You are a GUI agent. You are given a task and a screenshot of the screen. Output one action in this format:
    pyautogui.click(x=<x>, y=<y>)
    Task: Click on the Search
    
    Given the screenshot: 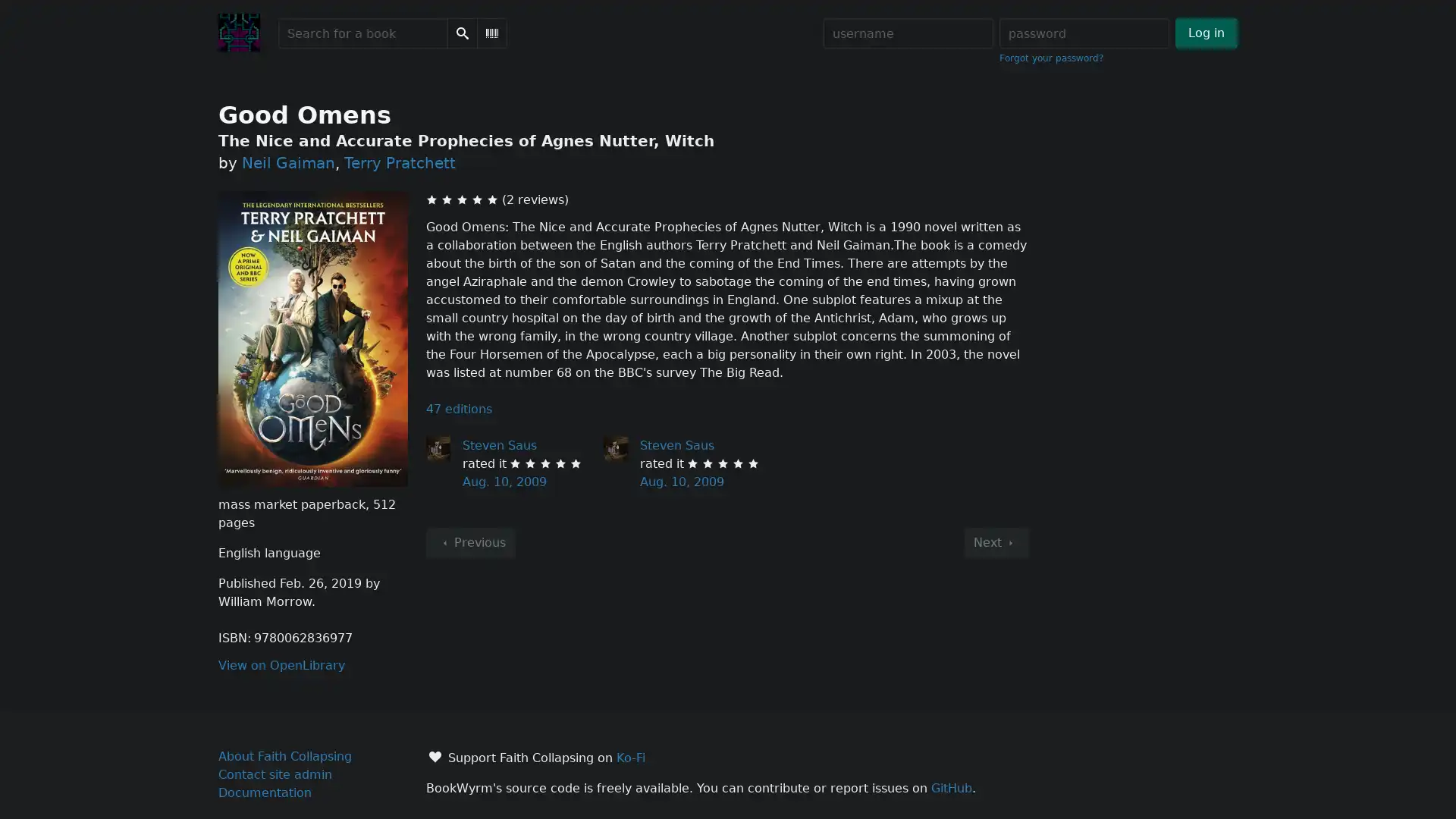 What is the action you would take?
    pyautogui.click(x=461, y=33)
    